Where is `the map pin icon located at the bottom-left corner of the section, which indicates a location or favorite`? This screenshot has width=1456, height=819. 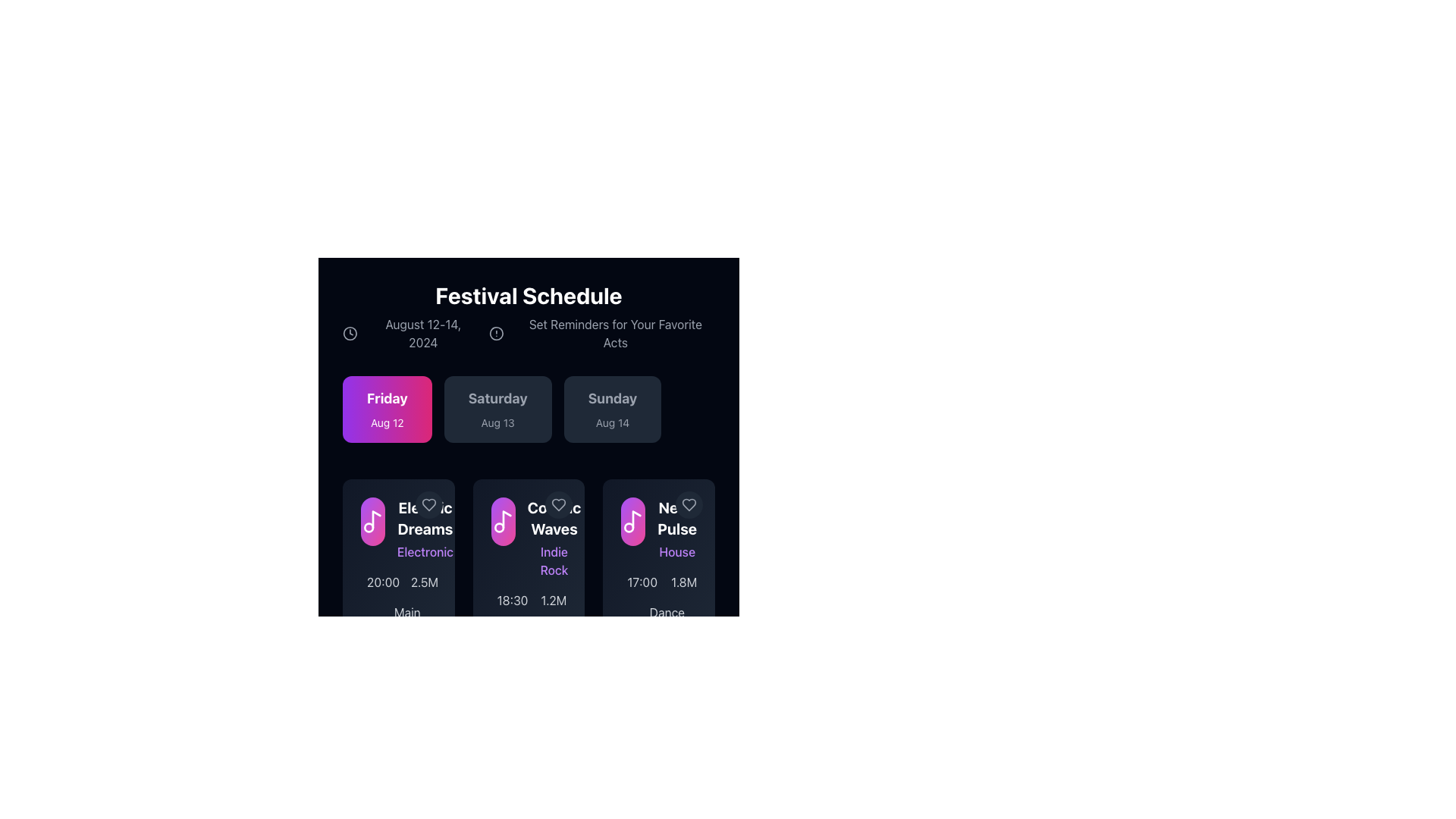
the map pin icon located at the bottom-left corner of the section, which indicates a location or favorite is located at coordinates (366, 622).